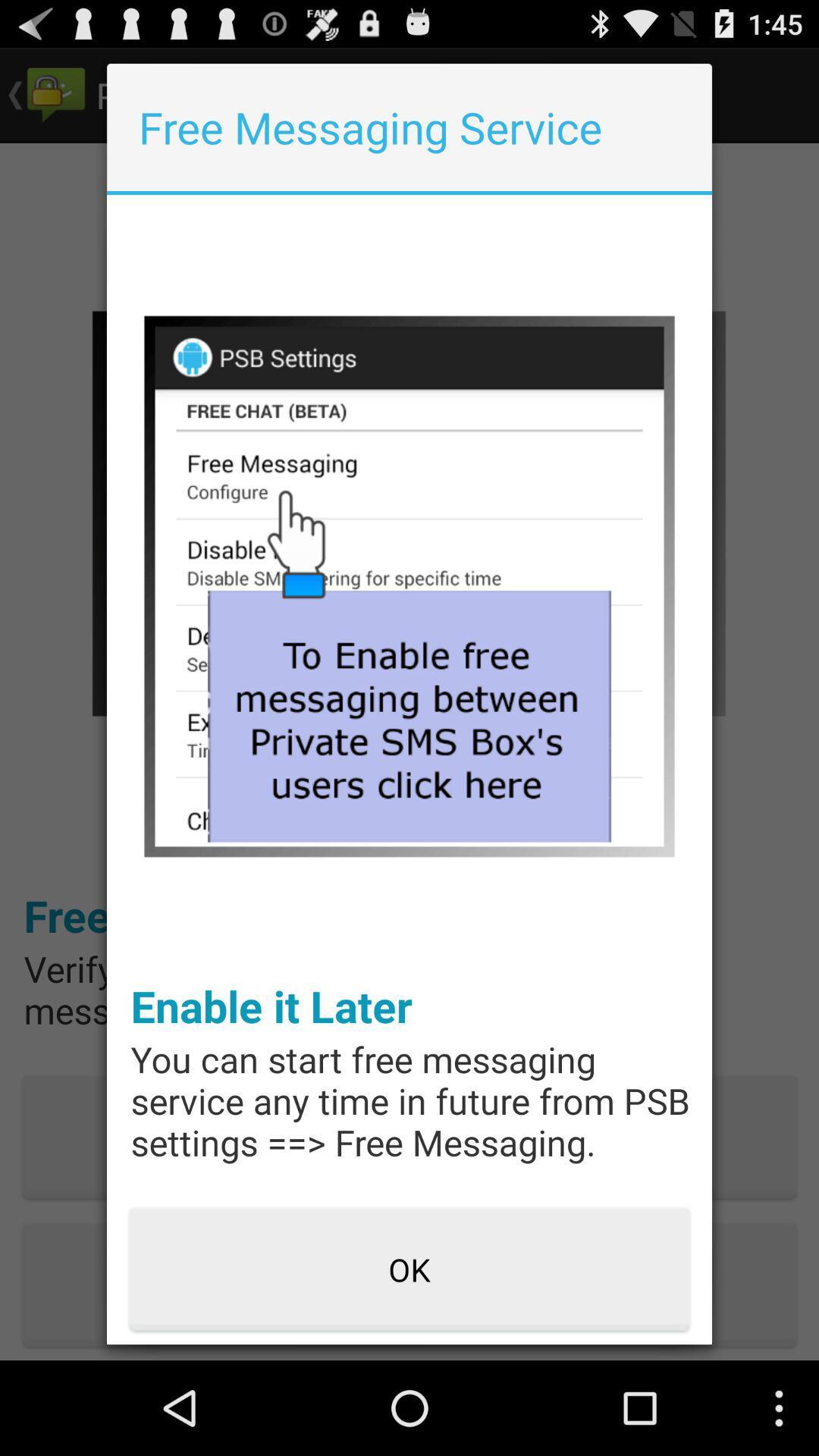  I want to click on app below the you can start icon, so click(409, 1270).